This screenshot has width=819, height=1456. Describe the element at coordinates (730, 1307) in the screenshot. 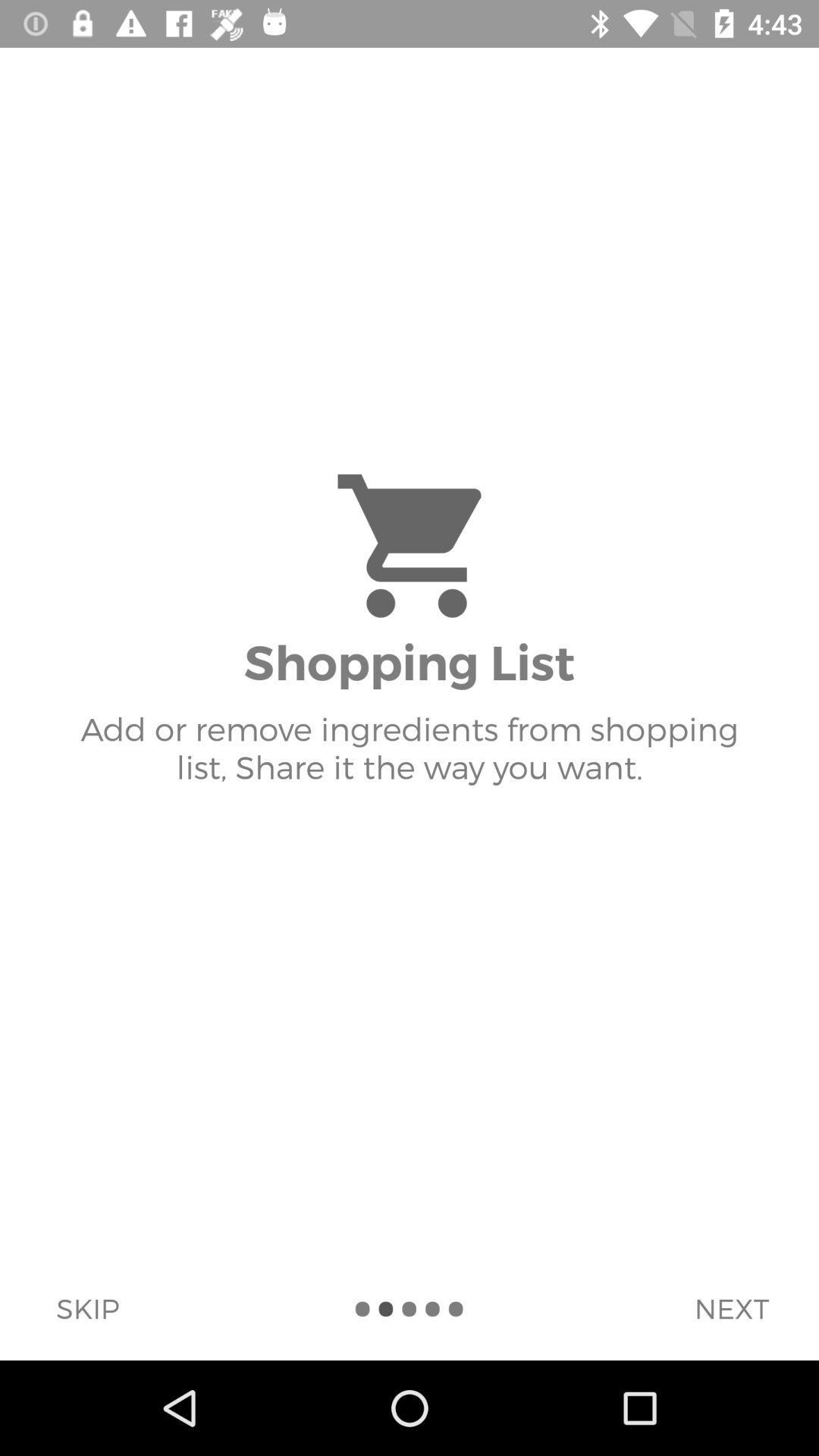

I see `next at the bottom right corner` at that location.